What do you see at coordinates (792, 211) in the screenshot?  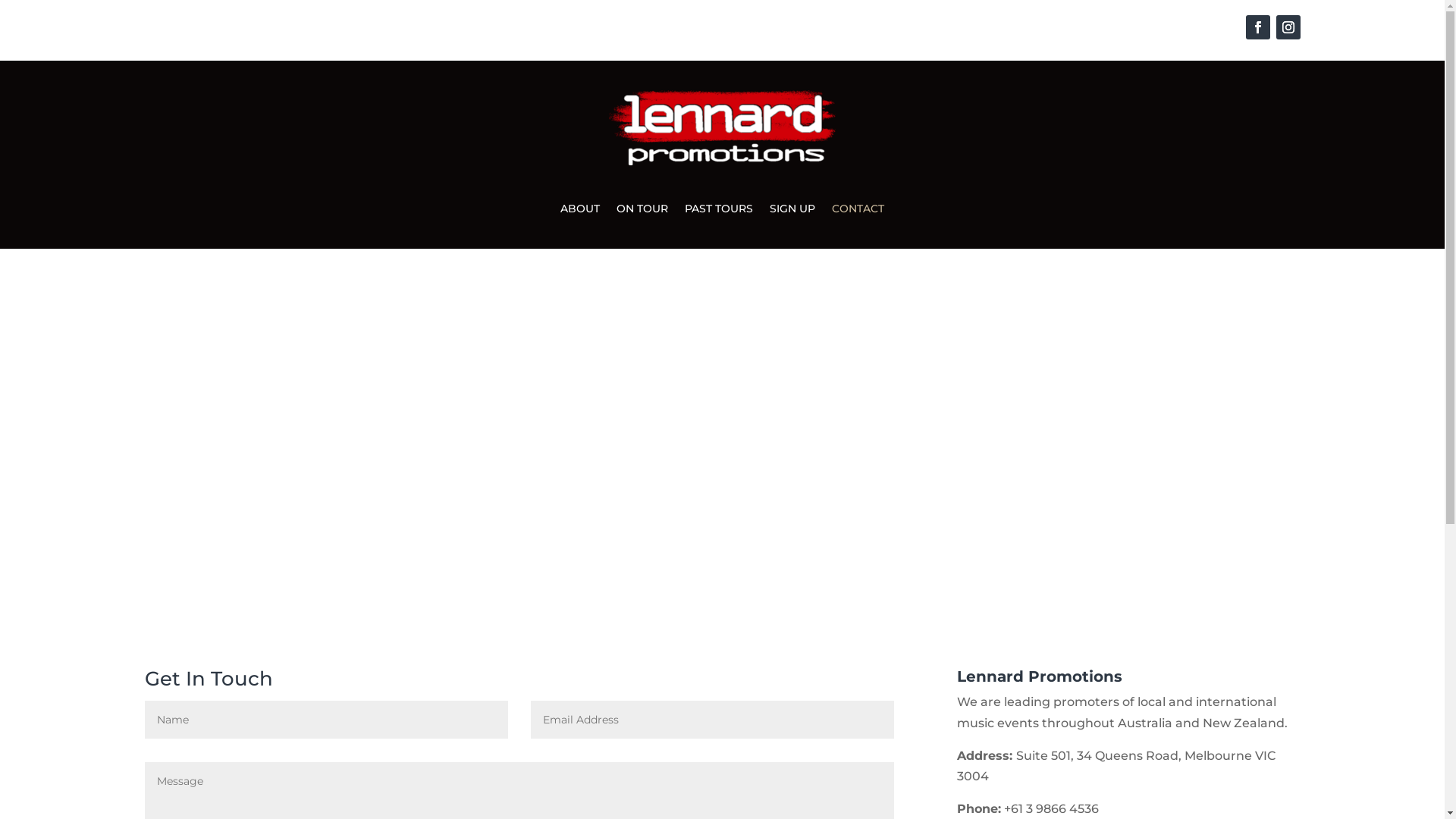 I see `'SIGN UP'` at bounding box center [792, 211].